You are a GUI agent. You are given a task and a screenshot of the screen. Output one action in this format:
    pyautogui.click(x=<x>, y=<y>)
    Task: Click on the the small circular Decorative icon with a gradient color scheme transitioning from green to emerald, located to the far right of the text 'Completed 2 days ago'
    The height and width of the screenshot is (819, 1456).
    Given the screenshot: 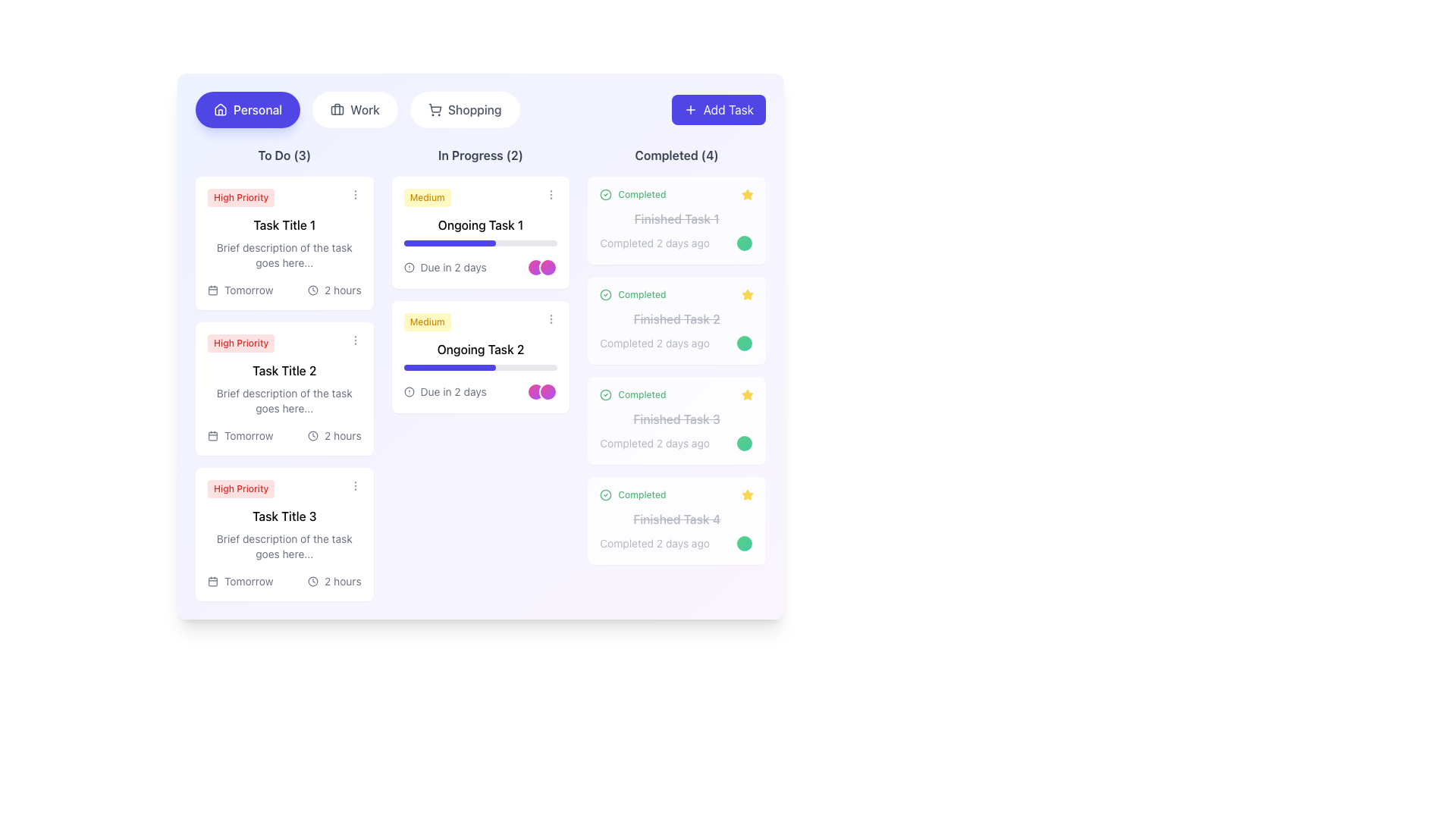 What is the action you would take?
    pyautogui.click(x=745, y=242)
    